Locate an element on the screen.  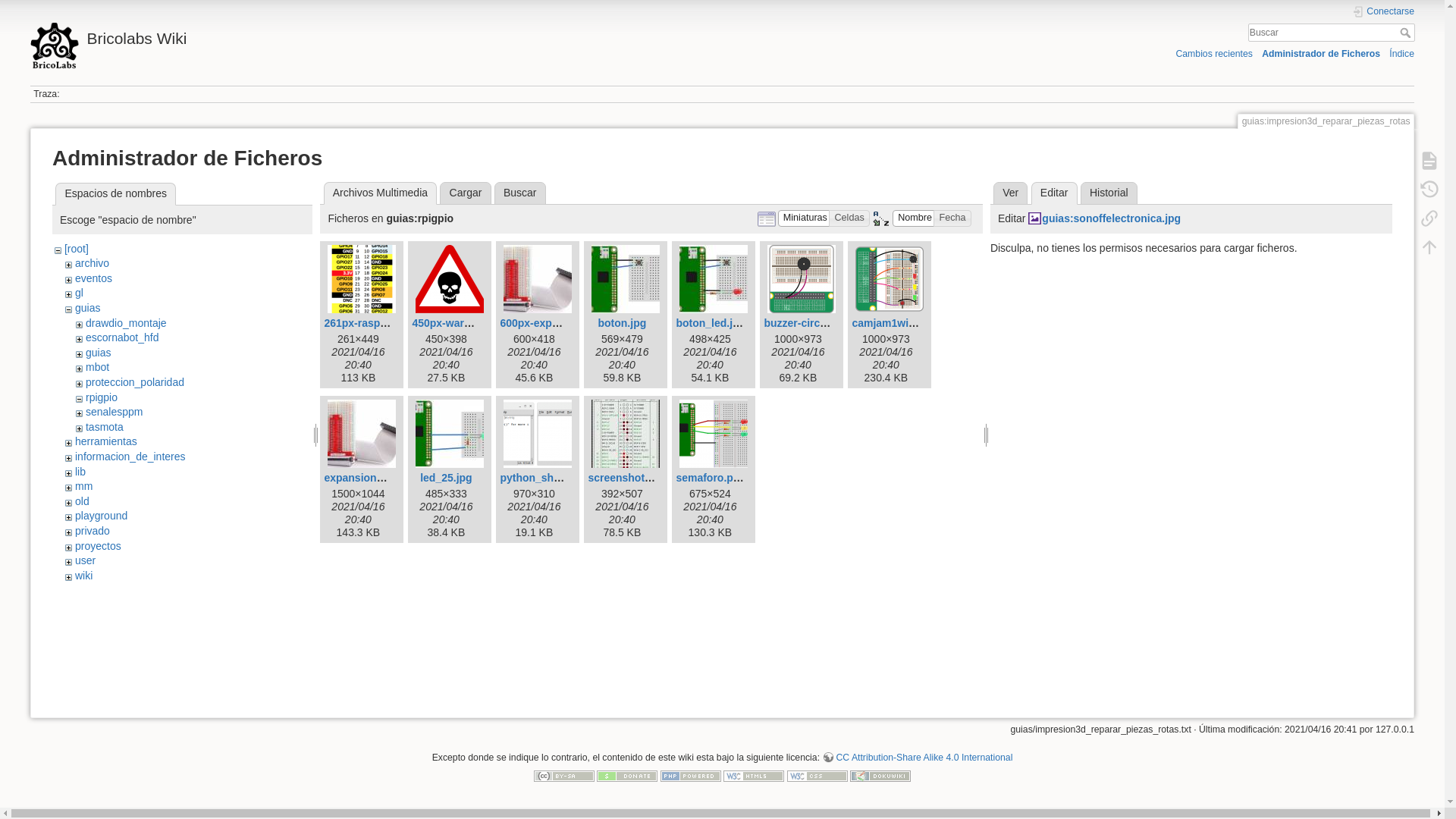
'Valid CSS' is located at coordinates (817, 775).